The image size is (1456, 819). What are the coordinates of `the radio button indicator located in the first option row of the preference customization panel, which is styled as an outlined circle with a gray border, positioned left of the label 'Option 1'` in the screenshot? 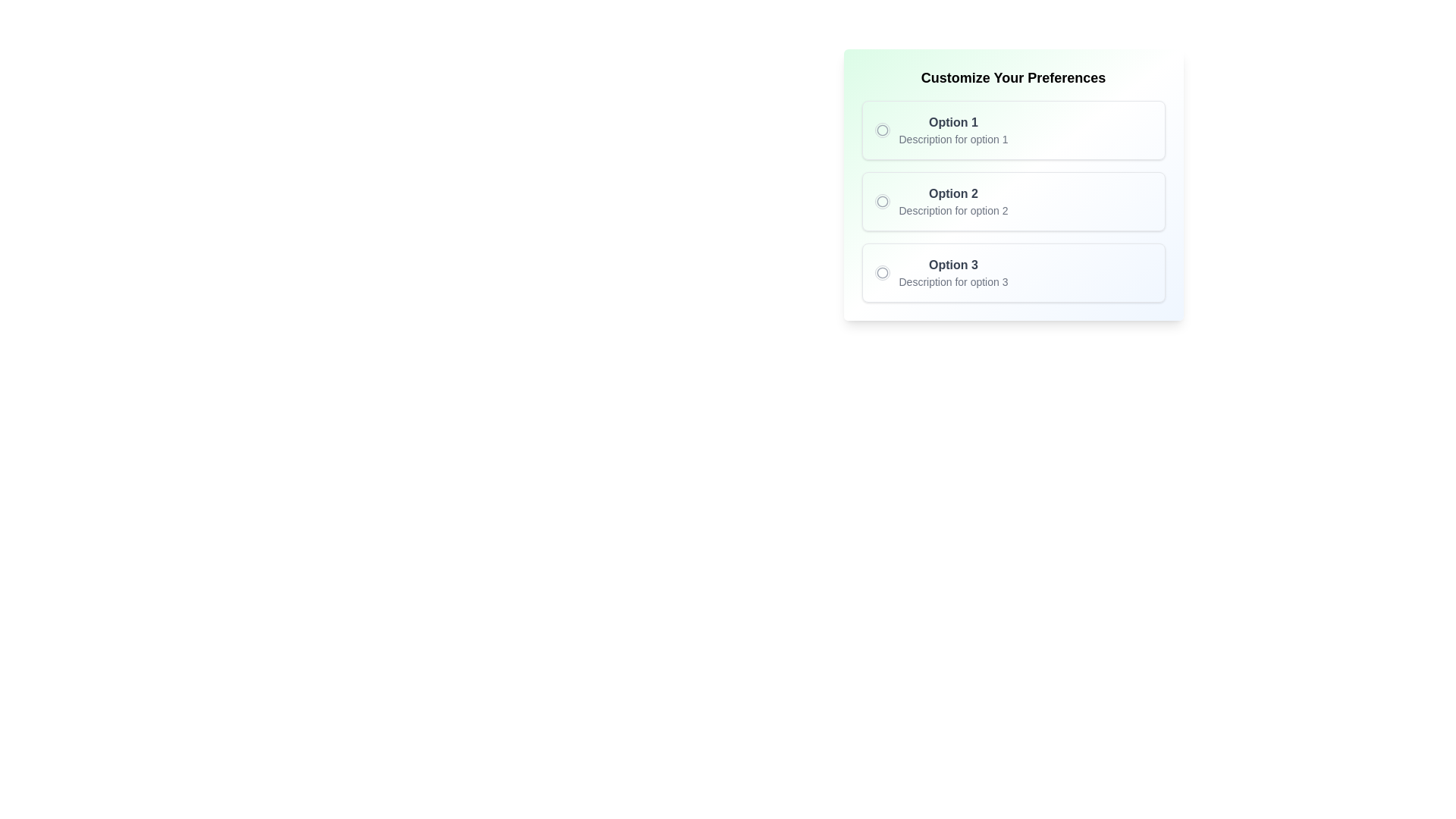 It's located at (882, 130).